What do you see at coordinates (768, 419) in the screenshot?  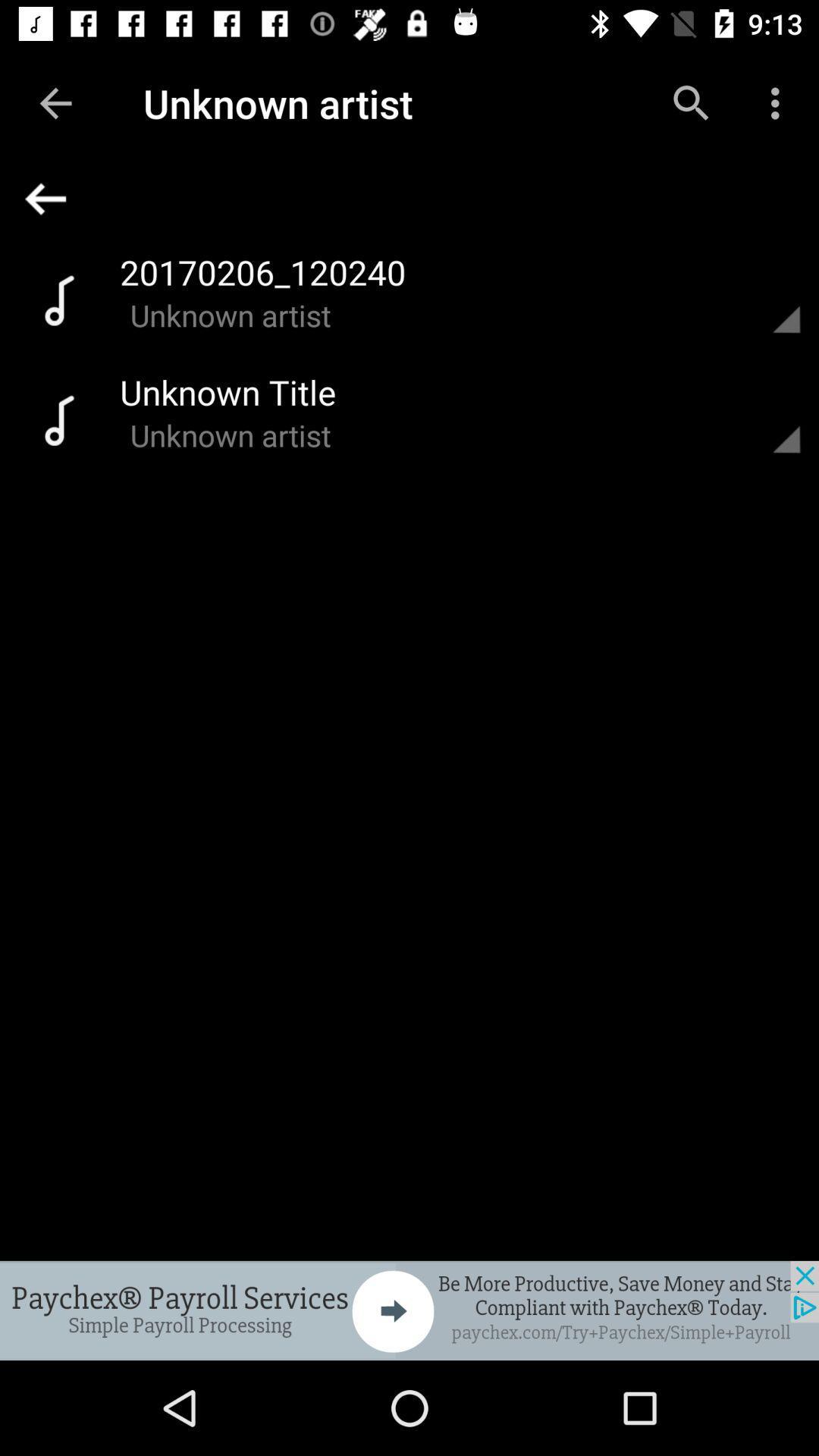 I see `previous` at bounding box center [768, 419].